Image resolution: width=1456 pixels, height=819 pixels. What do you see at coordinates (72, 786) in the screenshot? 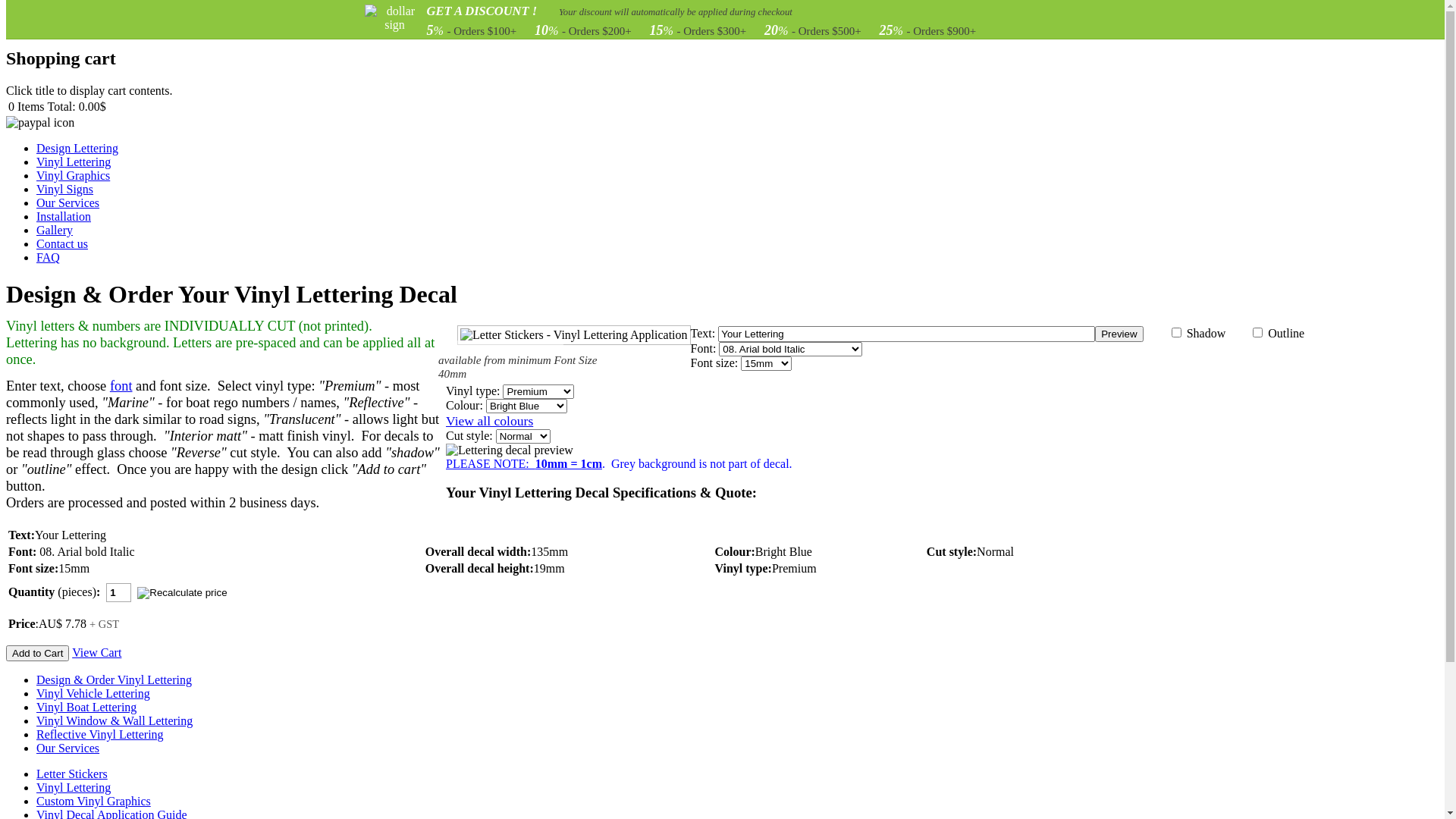
I see `'Vinyl Lettering'` at bounding box center [72, 786].